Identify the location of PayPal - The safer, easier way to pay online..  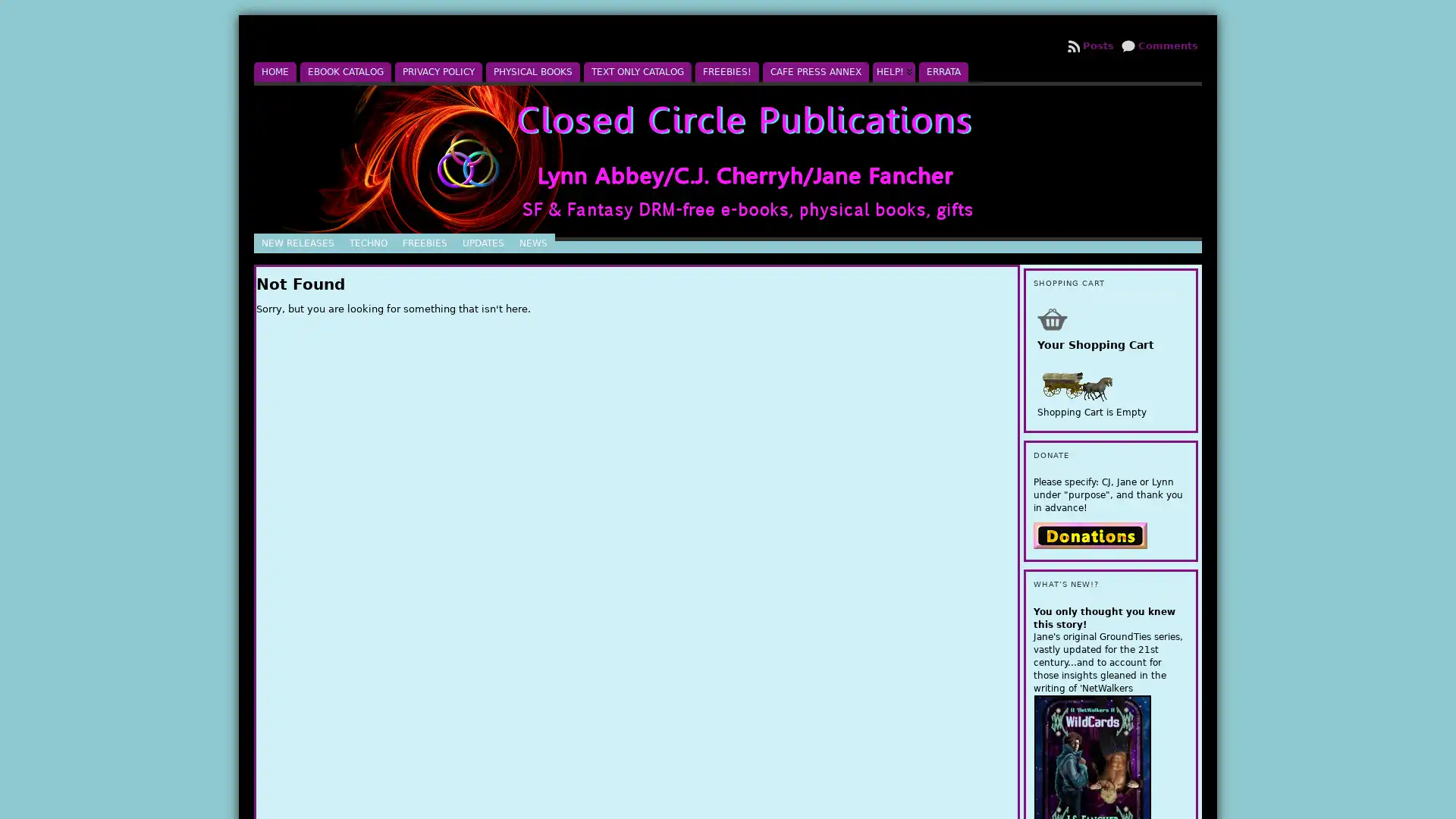
(1090, 534).